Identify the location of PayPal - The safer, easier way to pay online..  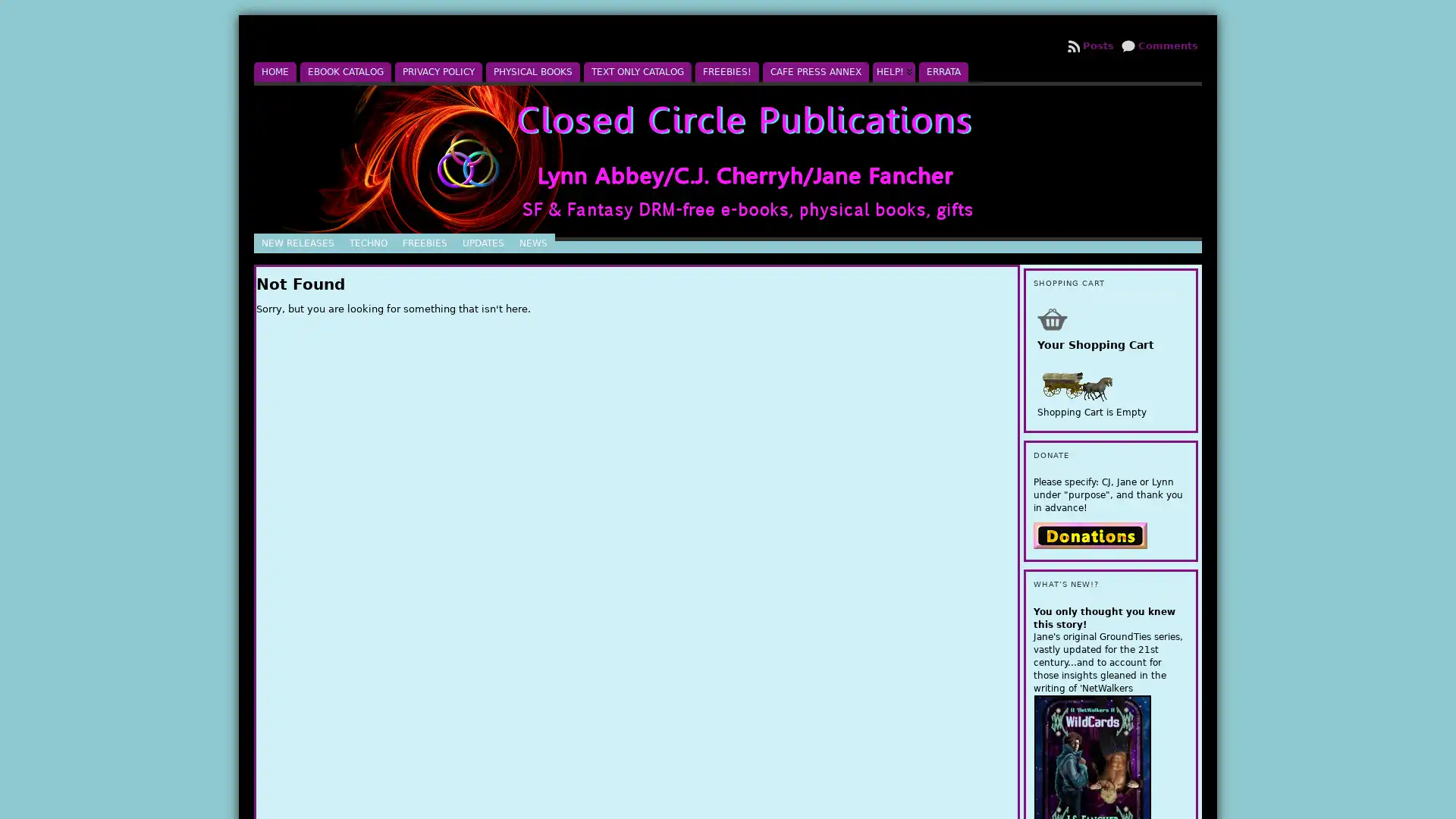
(1090, 534).